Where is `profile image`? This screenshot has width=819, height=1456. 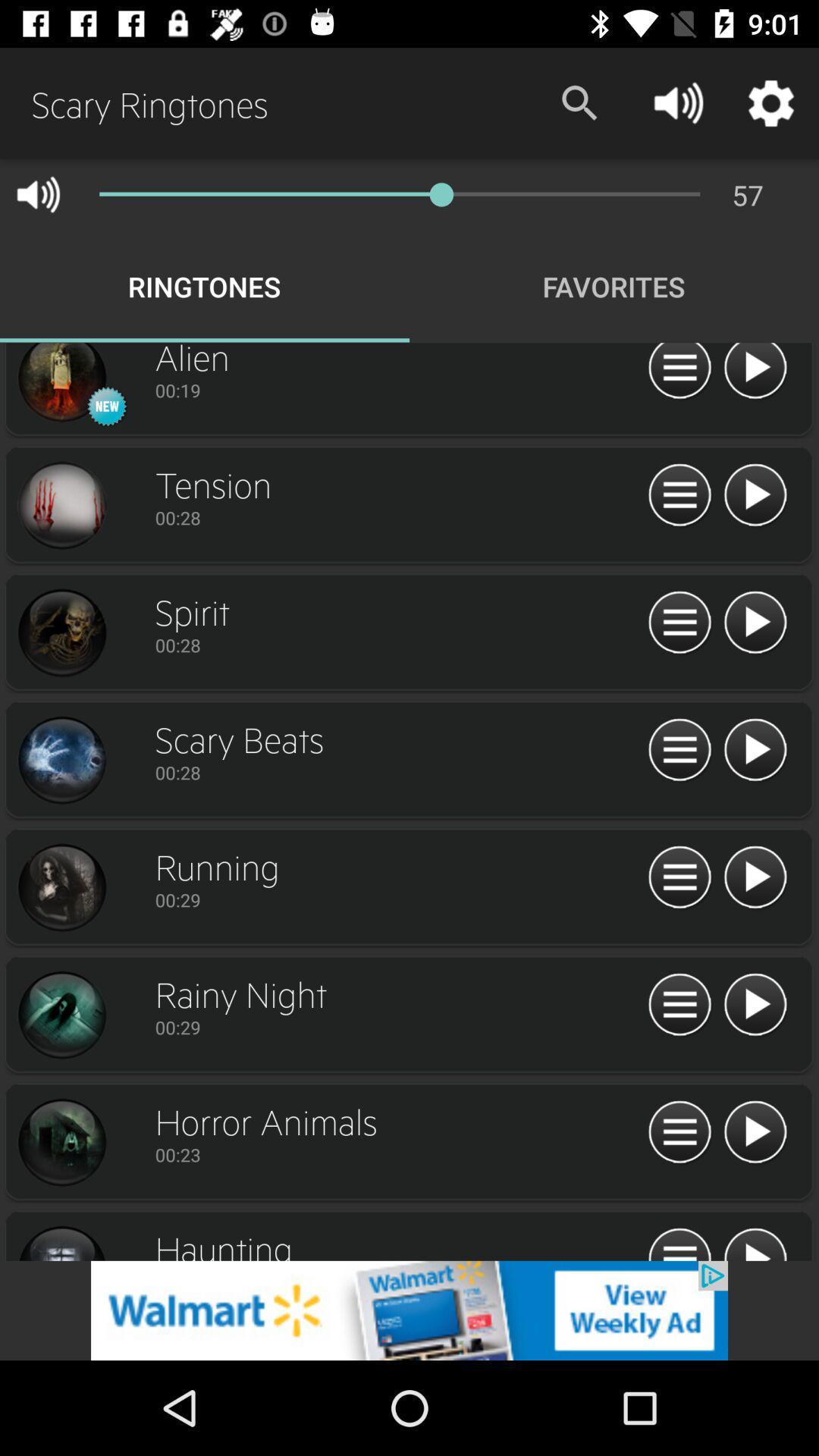 profile image is located at coordinates (61, 506).